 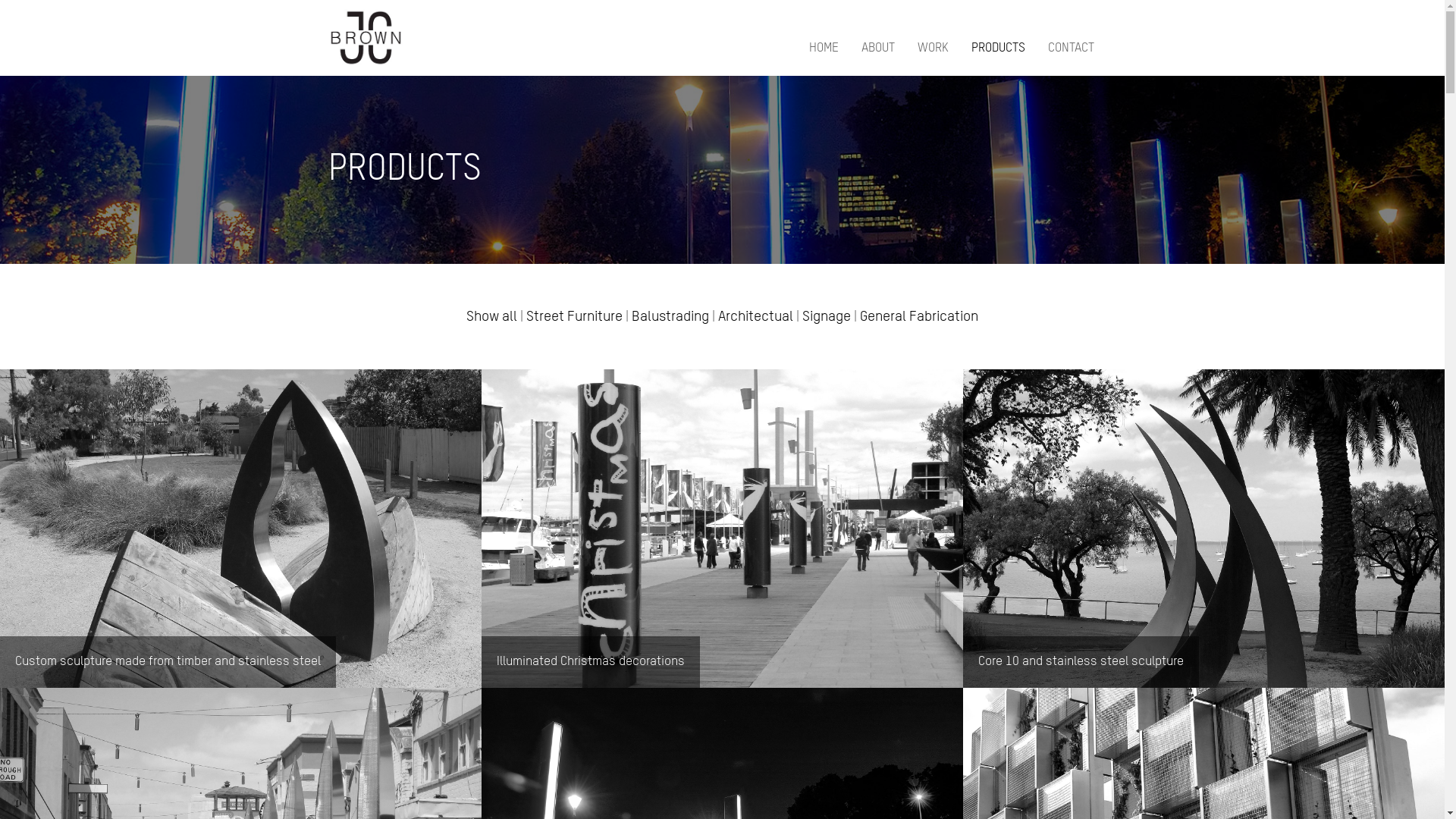 I want to click on 'Signage', so click(x=825, y=315).